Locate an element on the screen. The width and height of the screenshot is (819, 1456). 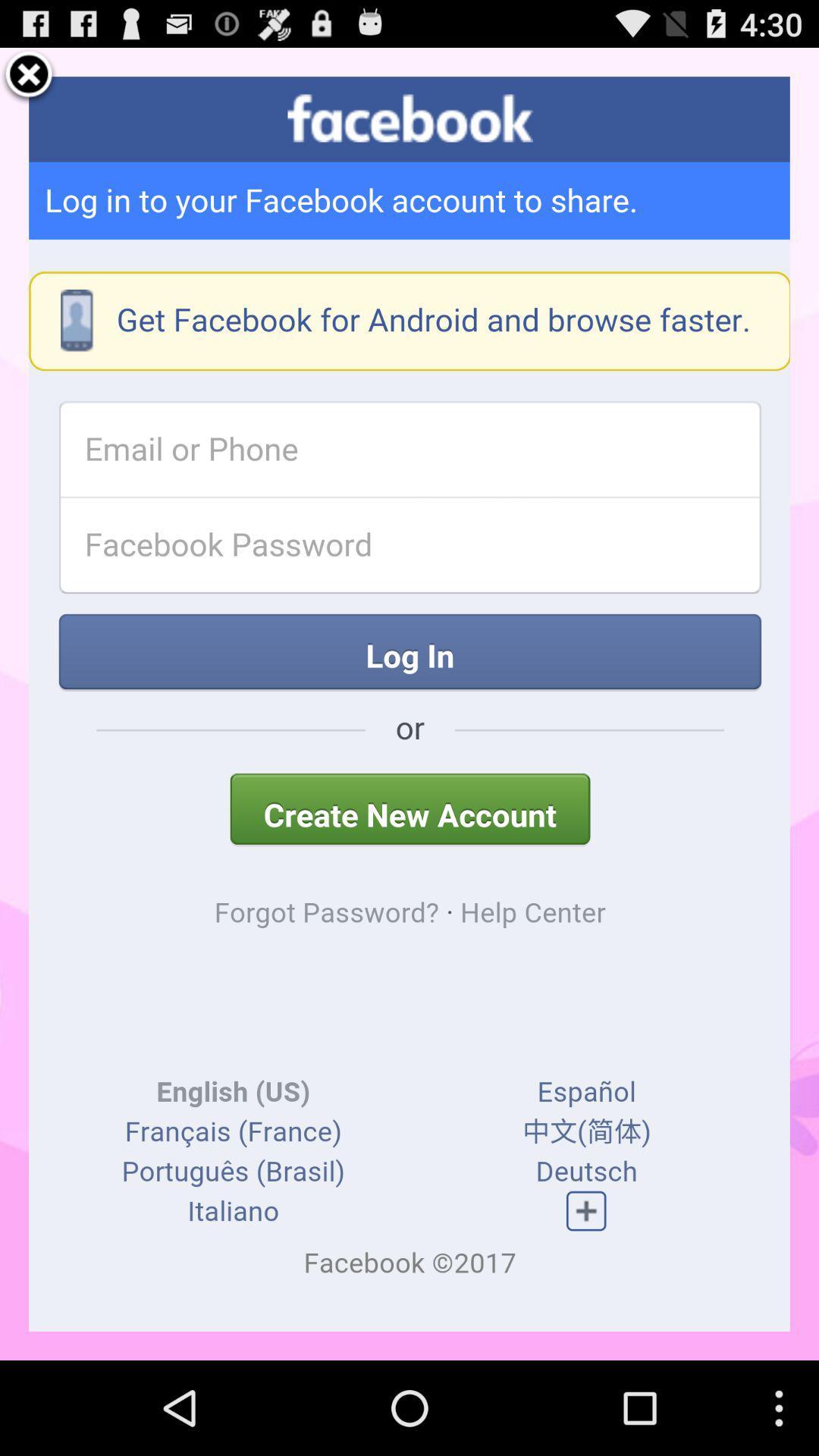
cancel is located at coordinates (29, 76).